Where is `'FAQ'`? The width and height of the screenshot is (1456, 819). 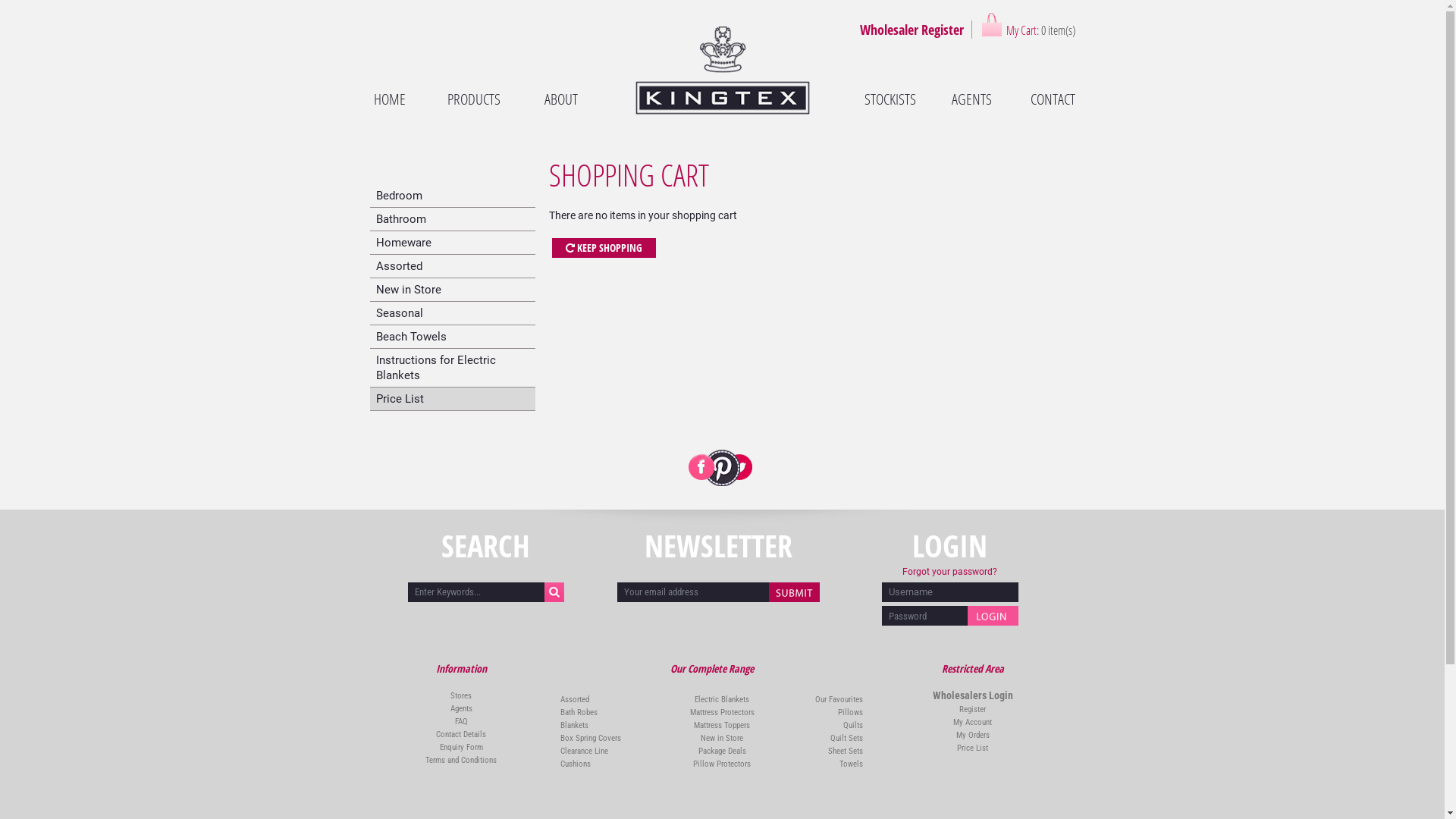
'FAQ' is located at coordinates (454, 720).